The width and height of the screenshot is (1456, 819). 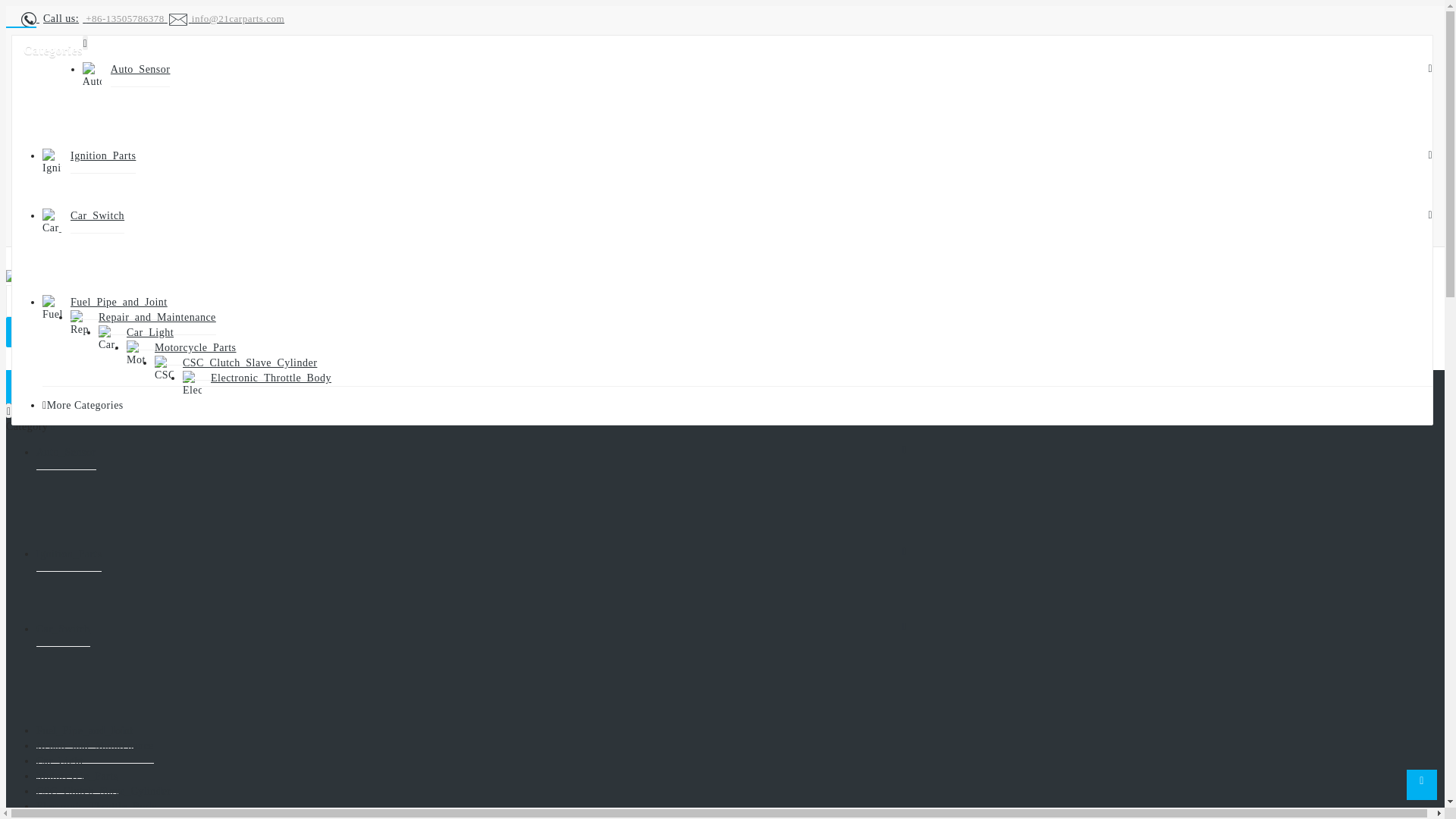 What do you see at coordinates (97, 317) in the screenshot?
I see `'Repair_And_Maintenance'` at bounding box center [97, 317].